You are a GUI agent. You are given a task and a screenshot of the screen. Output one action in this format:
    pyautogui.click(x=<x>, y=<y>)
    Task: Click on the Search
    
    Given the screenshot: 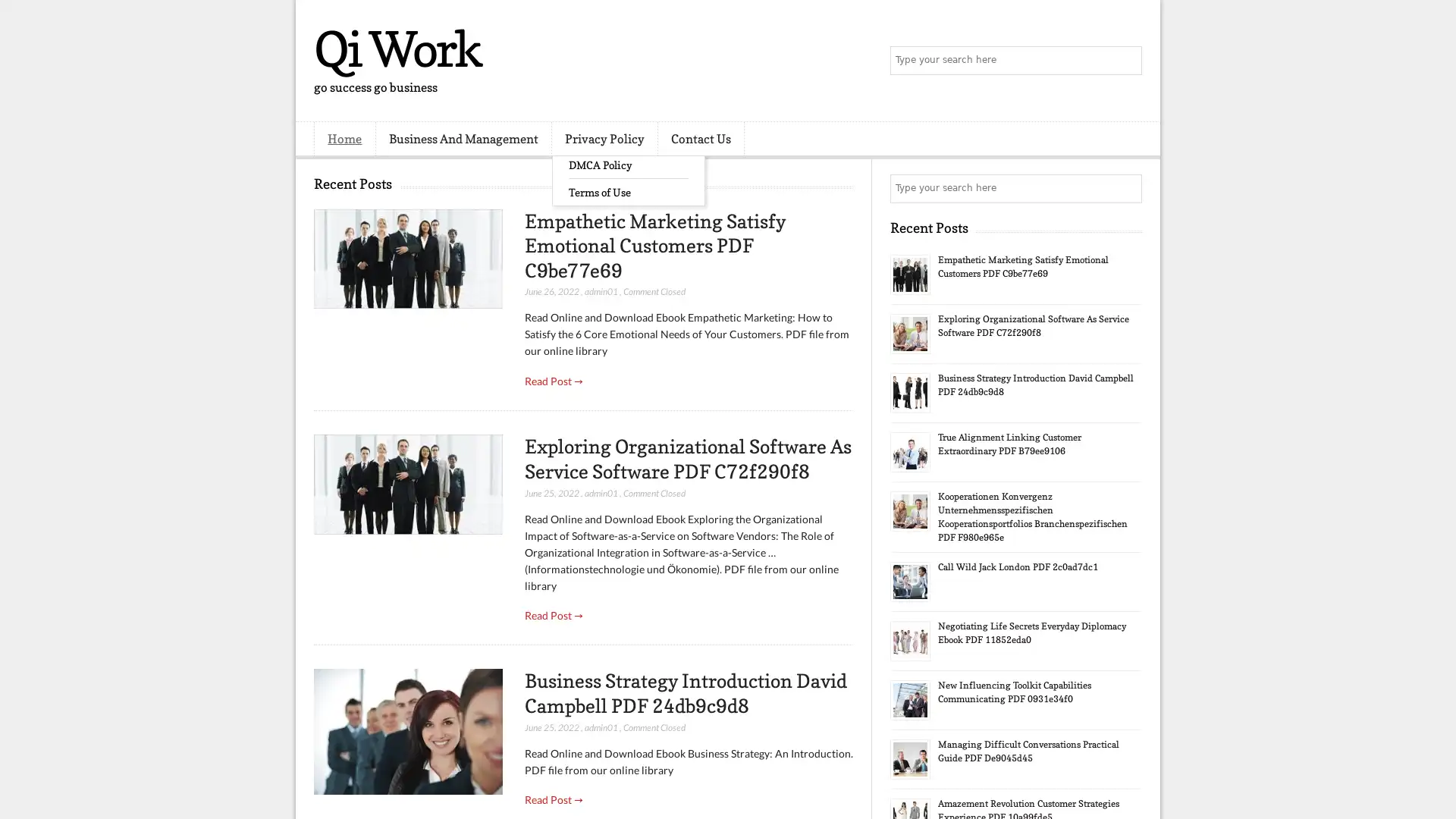 What is the action you would take?
    pyautogui.click(x=1126, y=188)
    